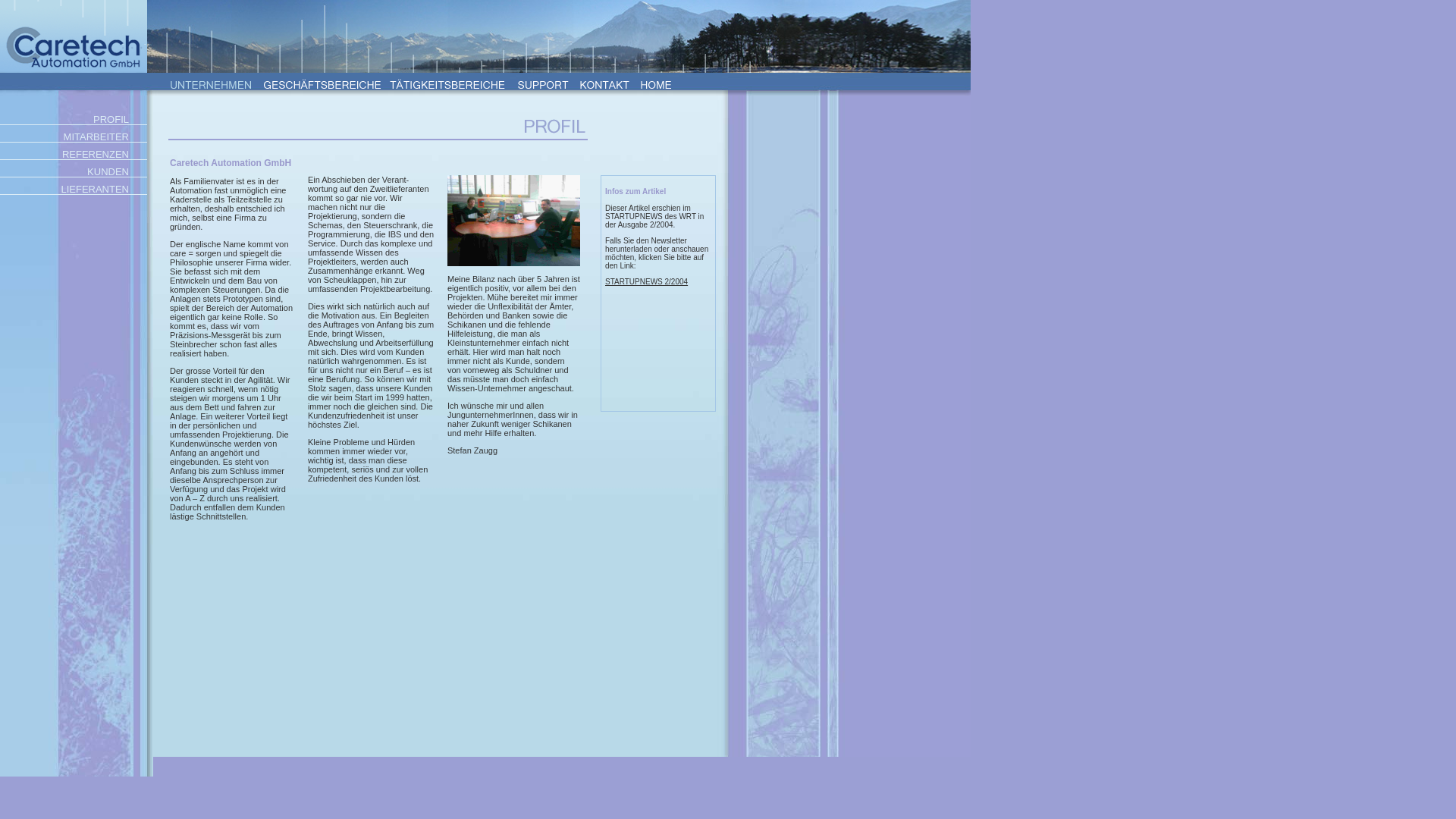 Image resolution: width=1456 pixels, height=819 pixels. I want to click on 'STARTUPNEWS 2/2004', so click(646, 281).